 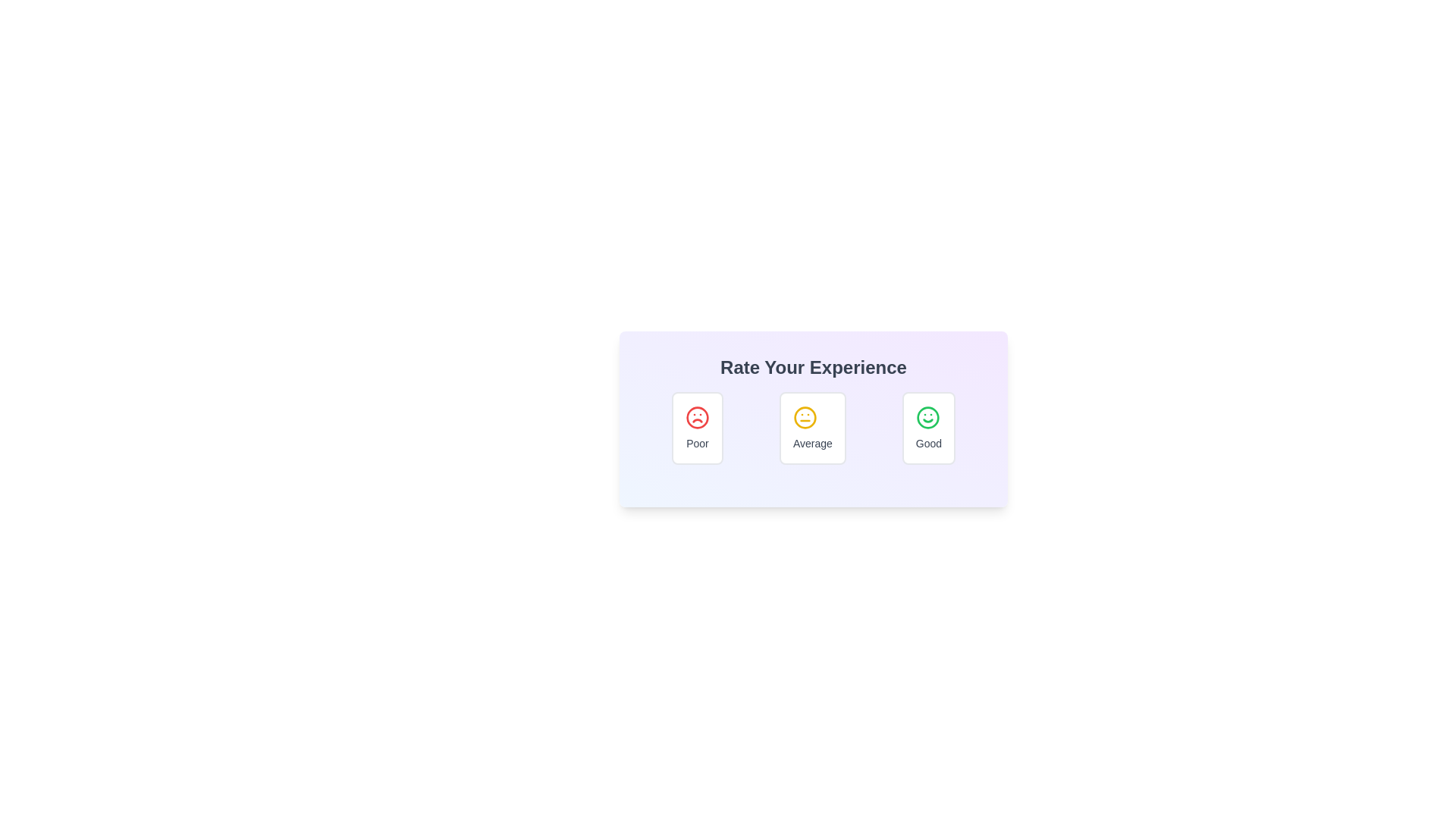 I want to click on the circular element with a green outline that represents the outer circle of the smiley face icon in the 'Good' feedback option within the 'Rate Your Experience' section, so click(x=927, y=418).